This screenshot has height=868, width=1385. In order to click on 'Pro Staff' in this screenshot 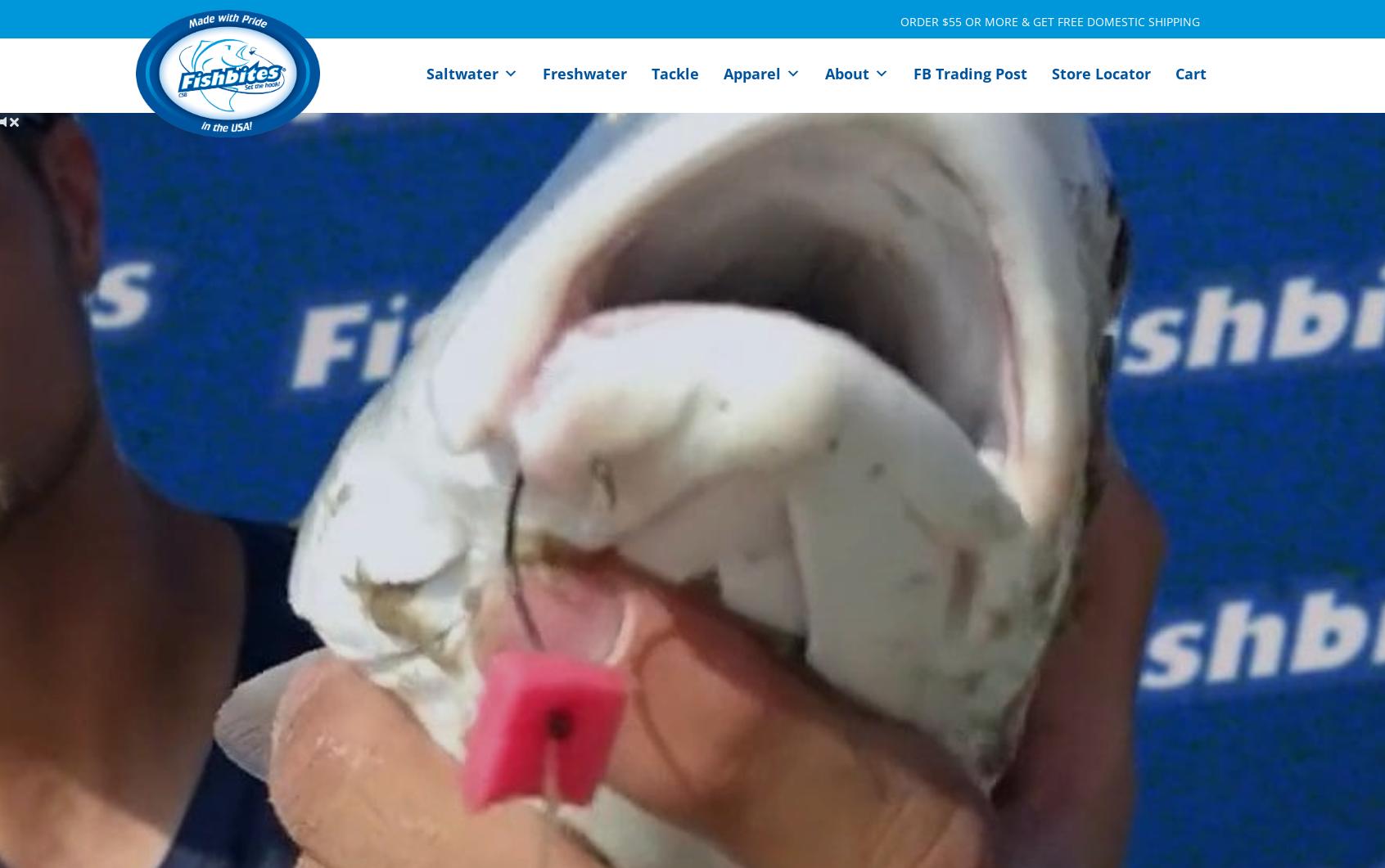, I will do `click(869, 124)`.